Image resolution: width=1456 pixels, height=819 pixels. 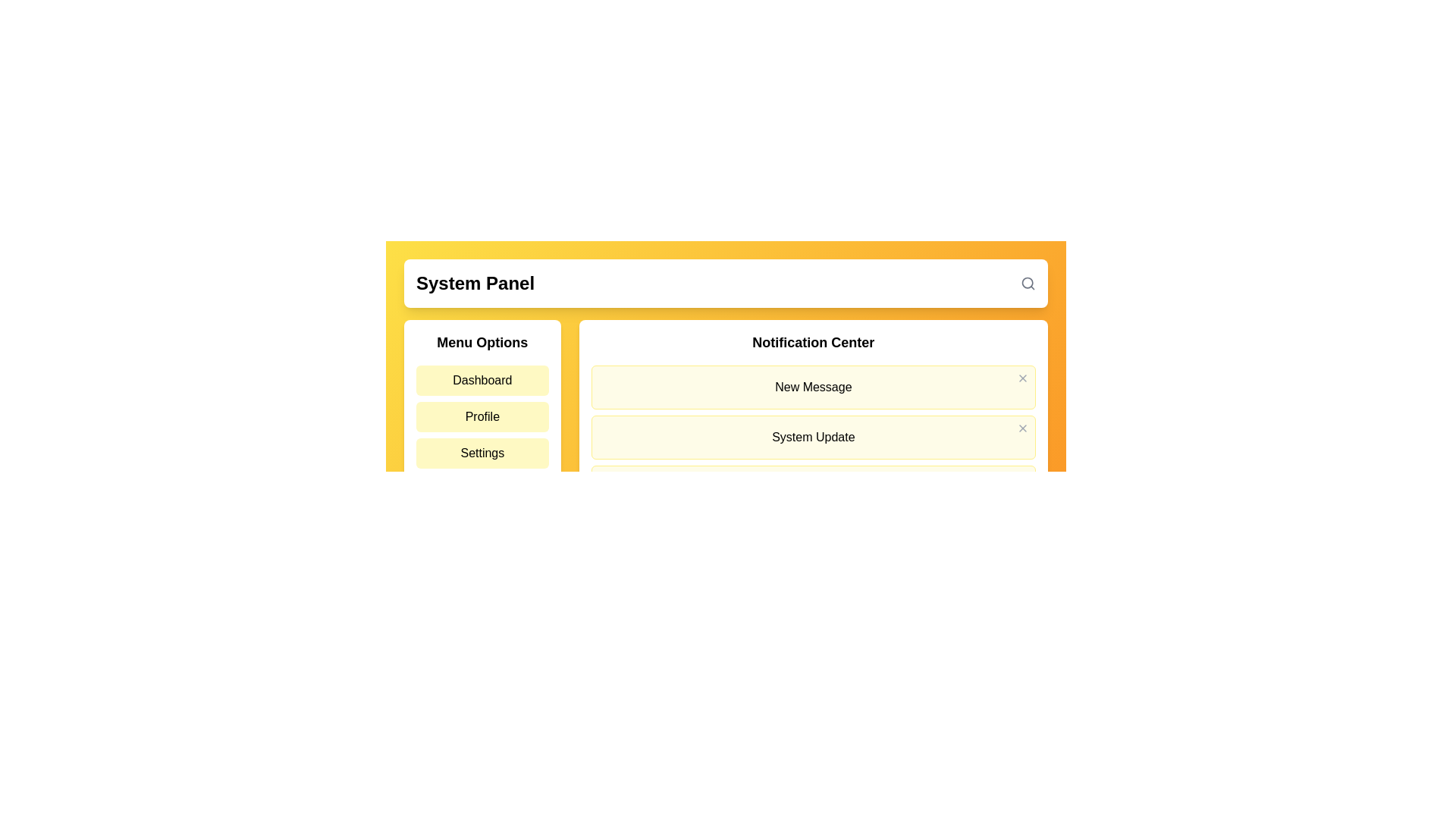 What do you see at coordinates (1028, 284) in the screenshot?
I see `the search icon located at the top-right corner of the 'System Panel' to initiate the search functionality` at bounding box center [1028, 284].